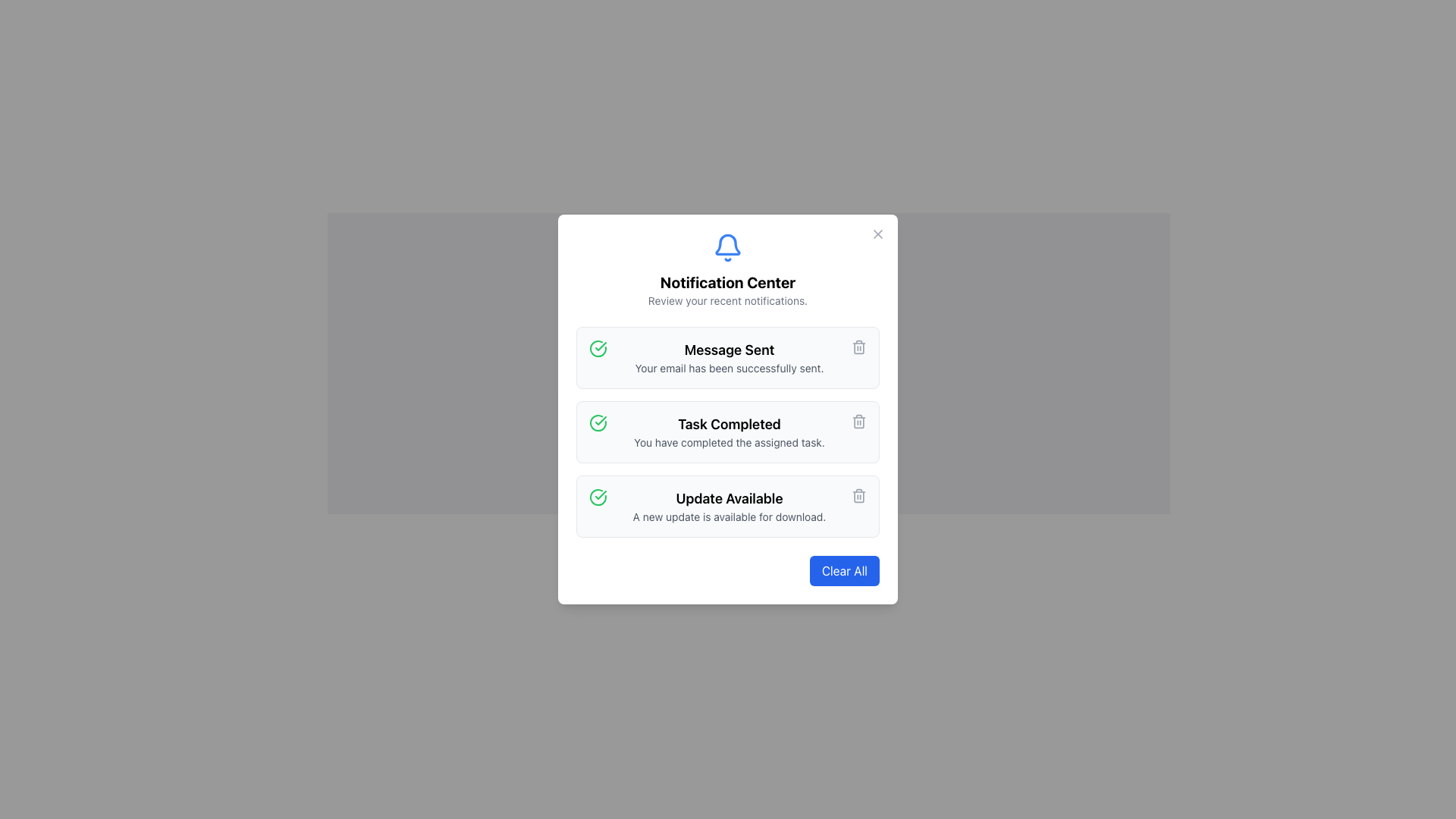  What do you see at coordinates (877, 234) in the screenshot?
I see `the minimalistic diagonal stroke slash icon located at the top-right corner of the notification dialog box, which is part of the close button` at bounding box center [877, 234].